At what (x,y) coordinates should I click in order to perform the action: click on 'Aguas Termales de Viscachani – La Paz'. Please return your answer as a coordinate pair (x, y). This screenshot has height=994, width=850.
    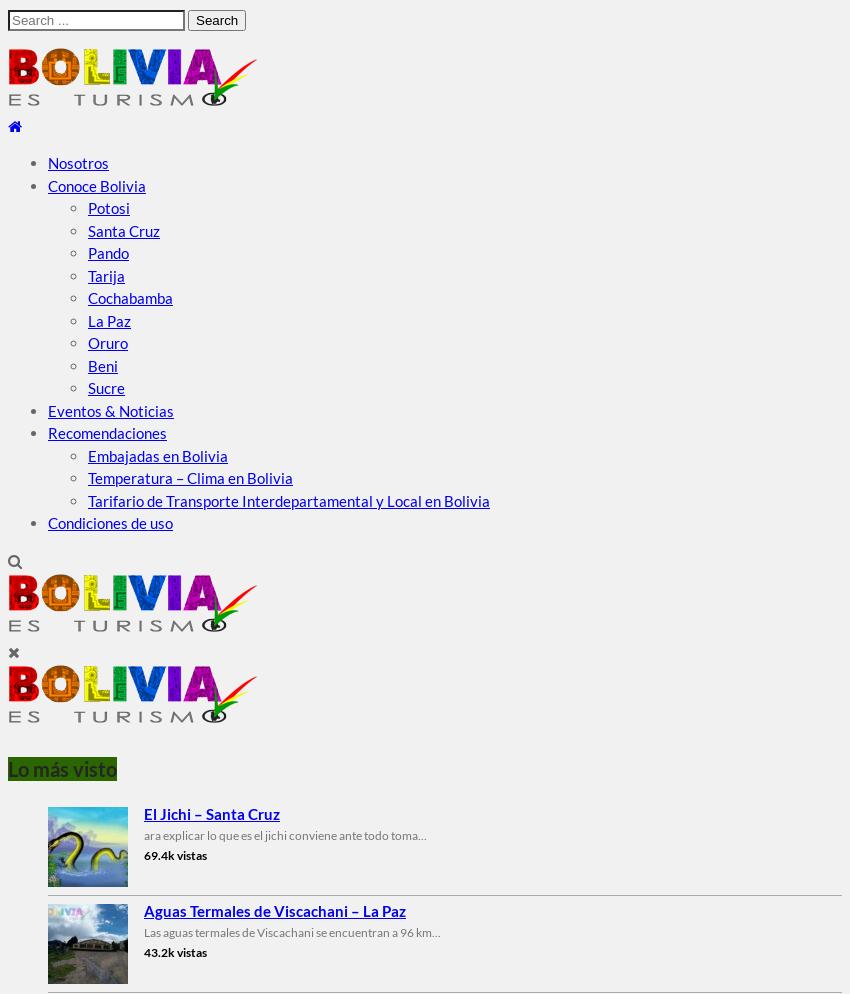
    Looking at the image, I should click on (273, 909).